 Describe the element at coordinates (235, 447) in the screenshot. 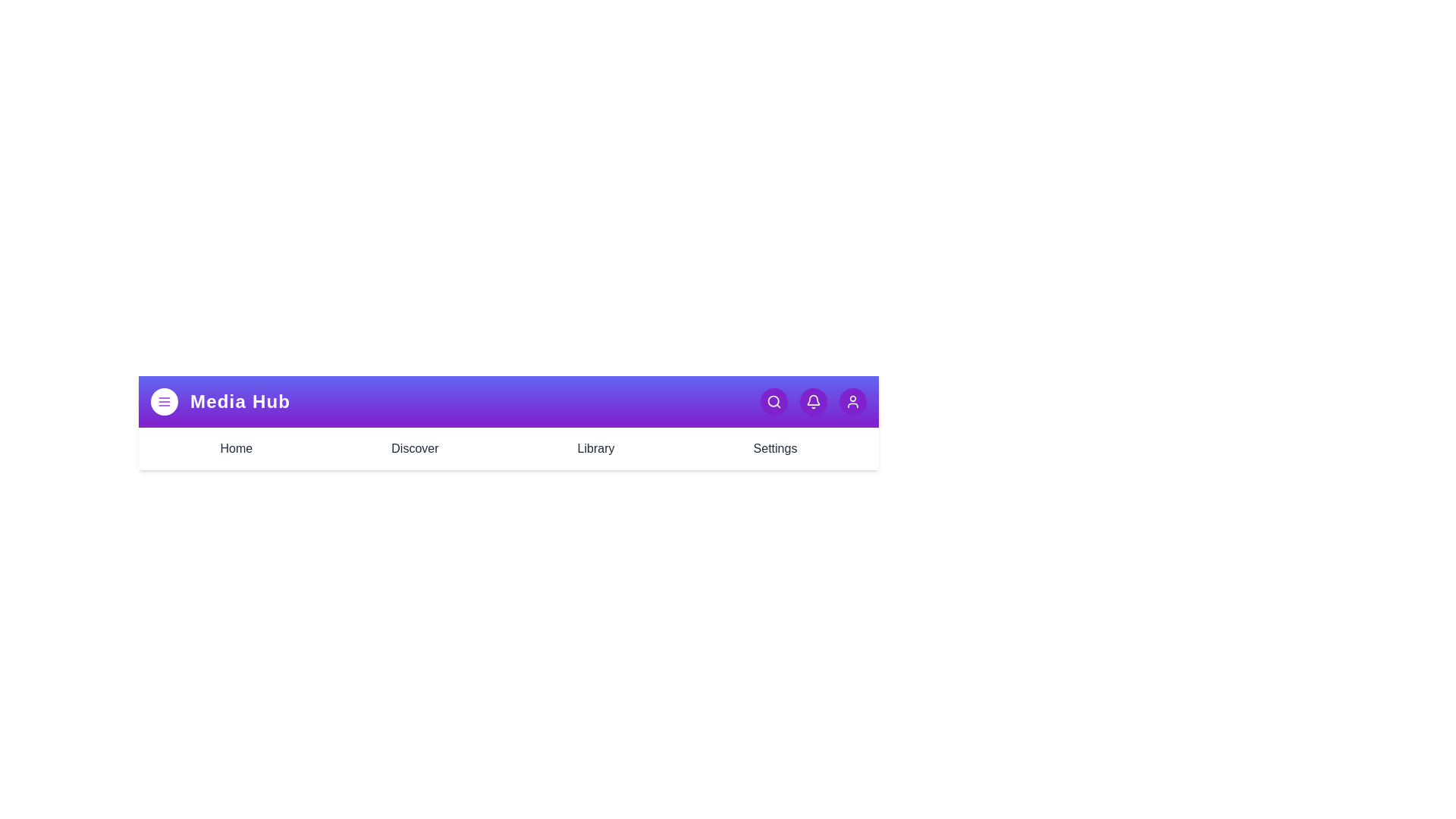

I see `the Home tab to navigate to the respective section` at that location.